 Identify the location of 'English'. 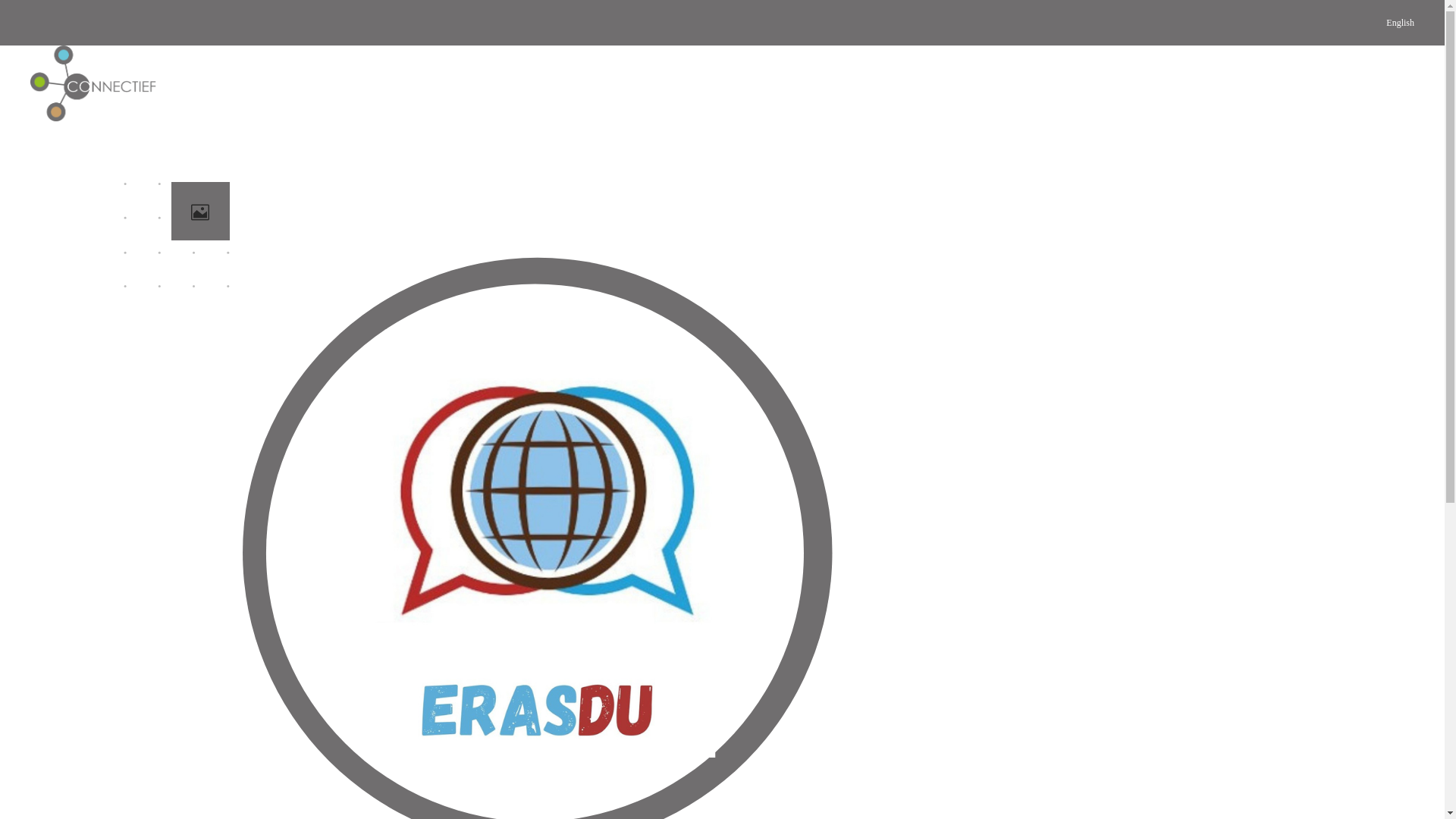
(1399, 23).